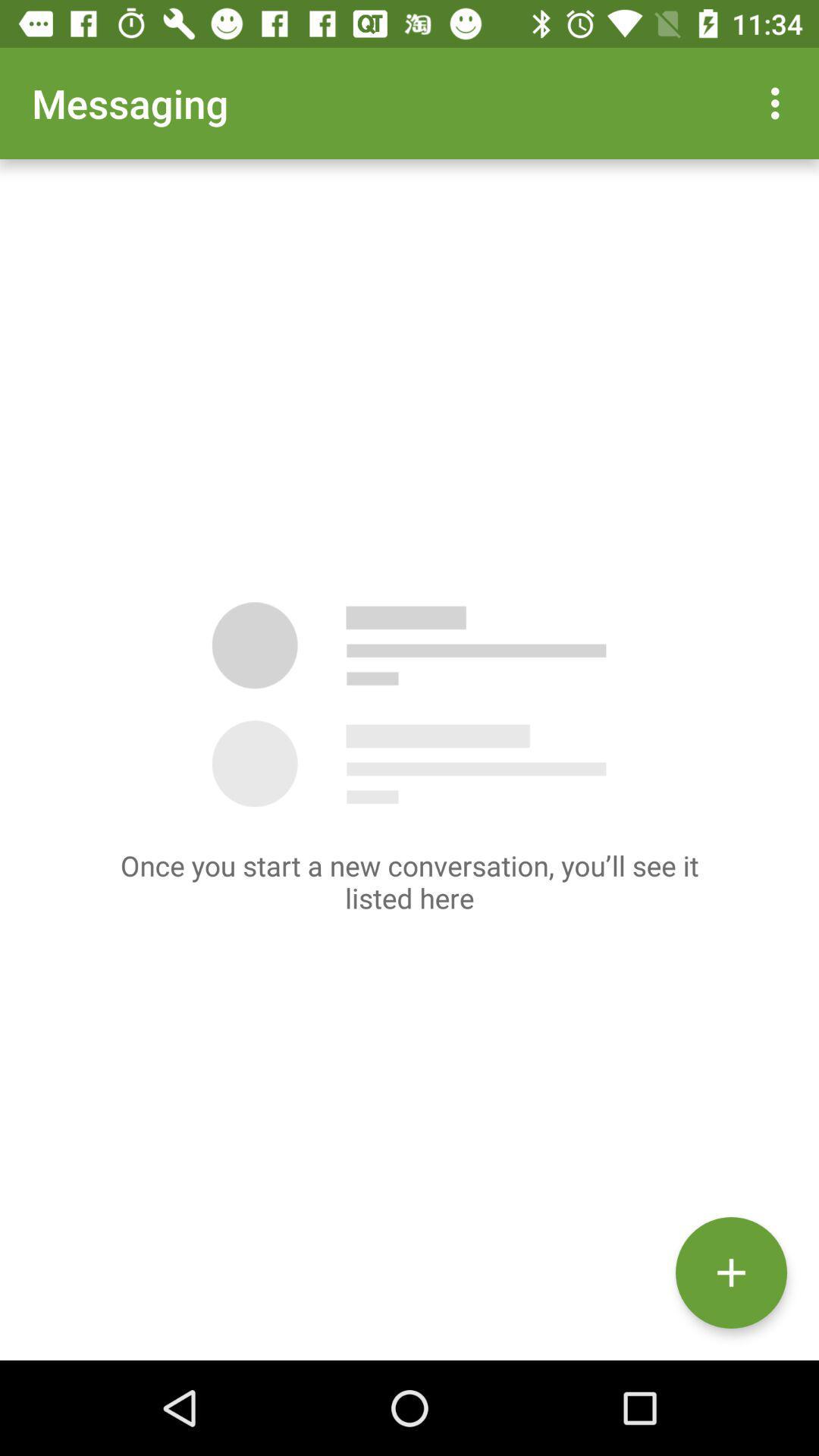 The height and width of the screenshot is (1456, 819). I want to click on icon at the top right corner, so click(779, 102).